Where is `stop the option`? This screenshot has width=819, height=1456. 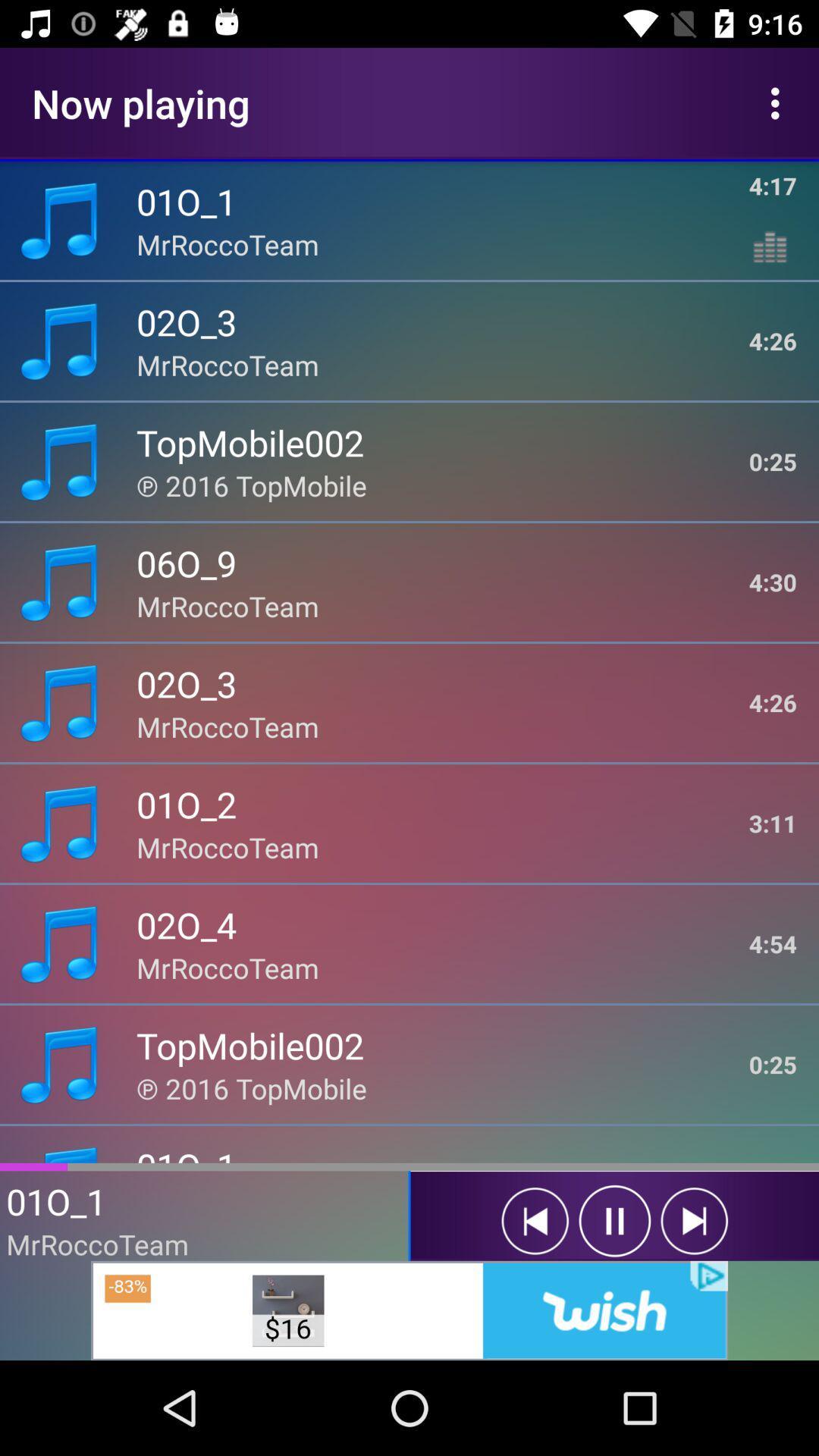 stop the option is located at coordinates (614, 1221).